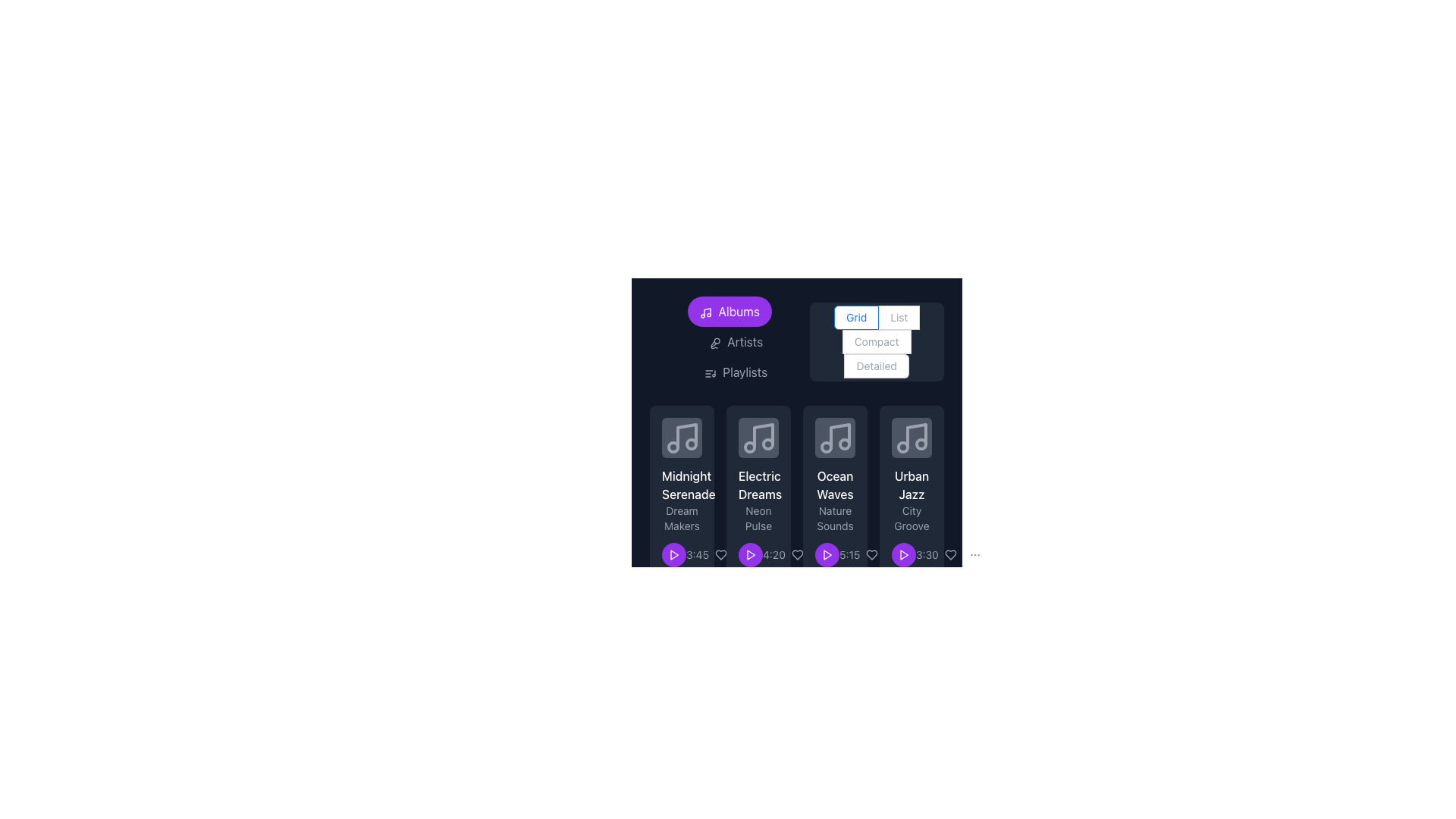 The height and width of the screenshot is (819, 1456). Describe the element at coordinates (911, 555) in the screenshot. I see `the interactive media button marked with a play icon and displaying '3:30' to play the associated song` at that location.